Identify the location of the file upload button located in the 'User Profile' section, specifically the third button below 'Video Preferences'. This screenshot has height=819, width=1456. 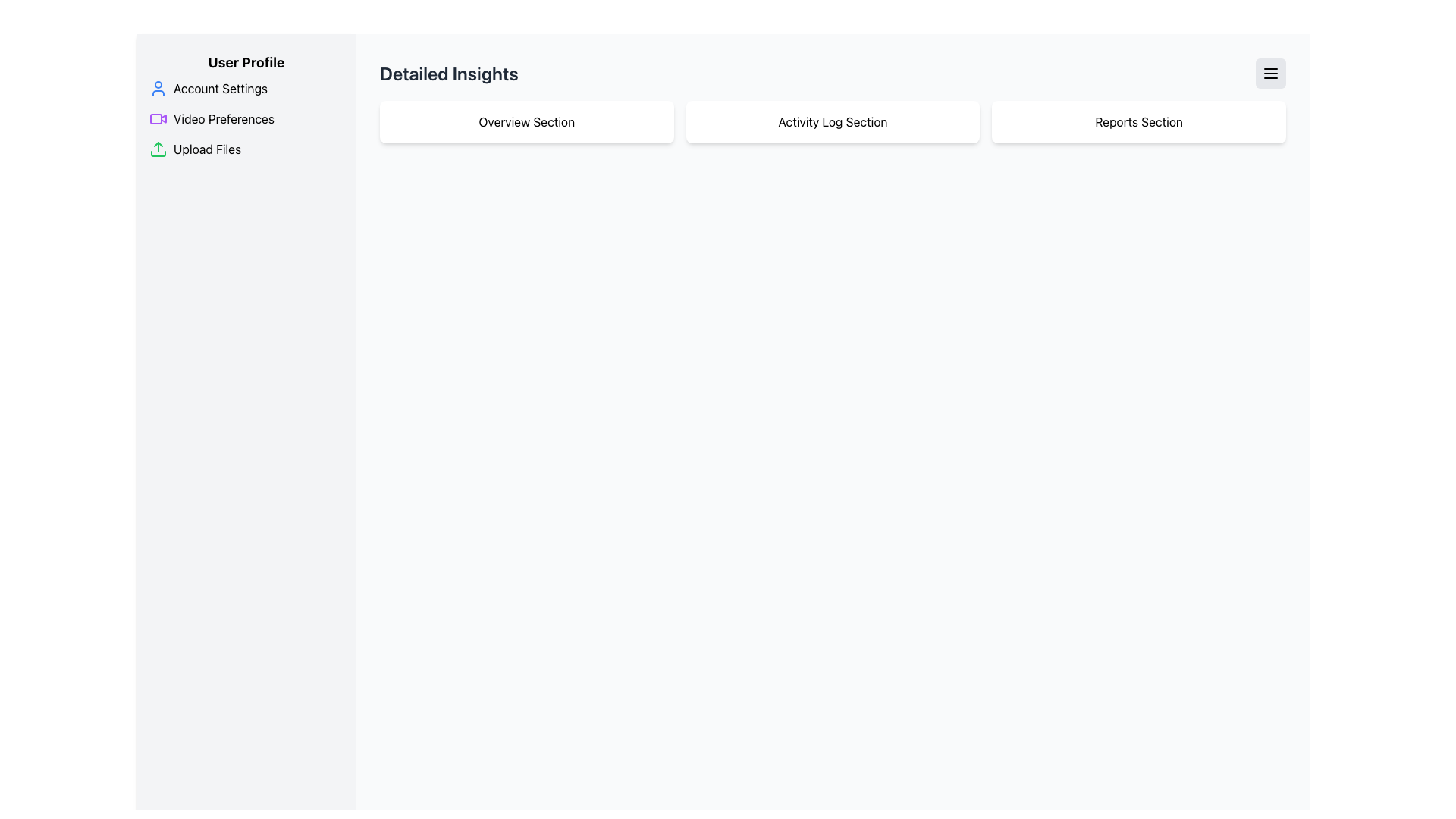
(246, 149).